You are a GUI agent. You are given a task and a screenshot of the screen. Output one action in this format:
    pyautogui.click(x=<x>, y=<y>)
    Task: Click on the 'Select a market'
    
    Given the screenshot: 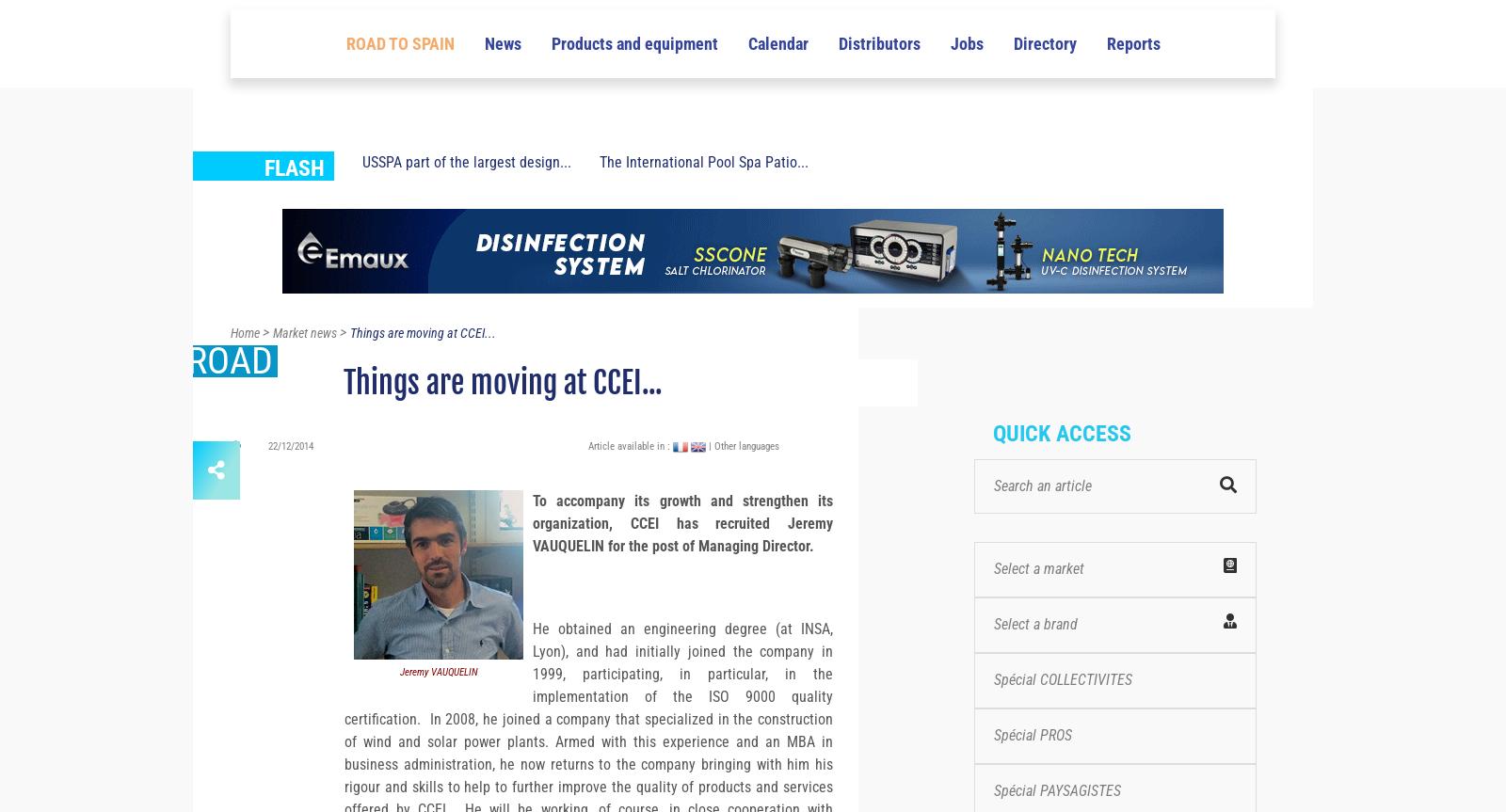 What is the action you would take?
    pyautogui.click(x=1039, y=601)
    